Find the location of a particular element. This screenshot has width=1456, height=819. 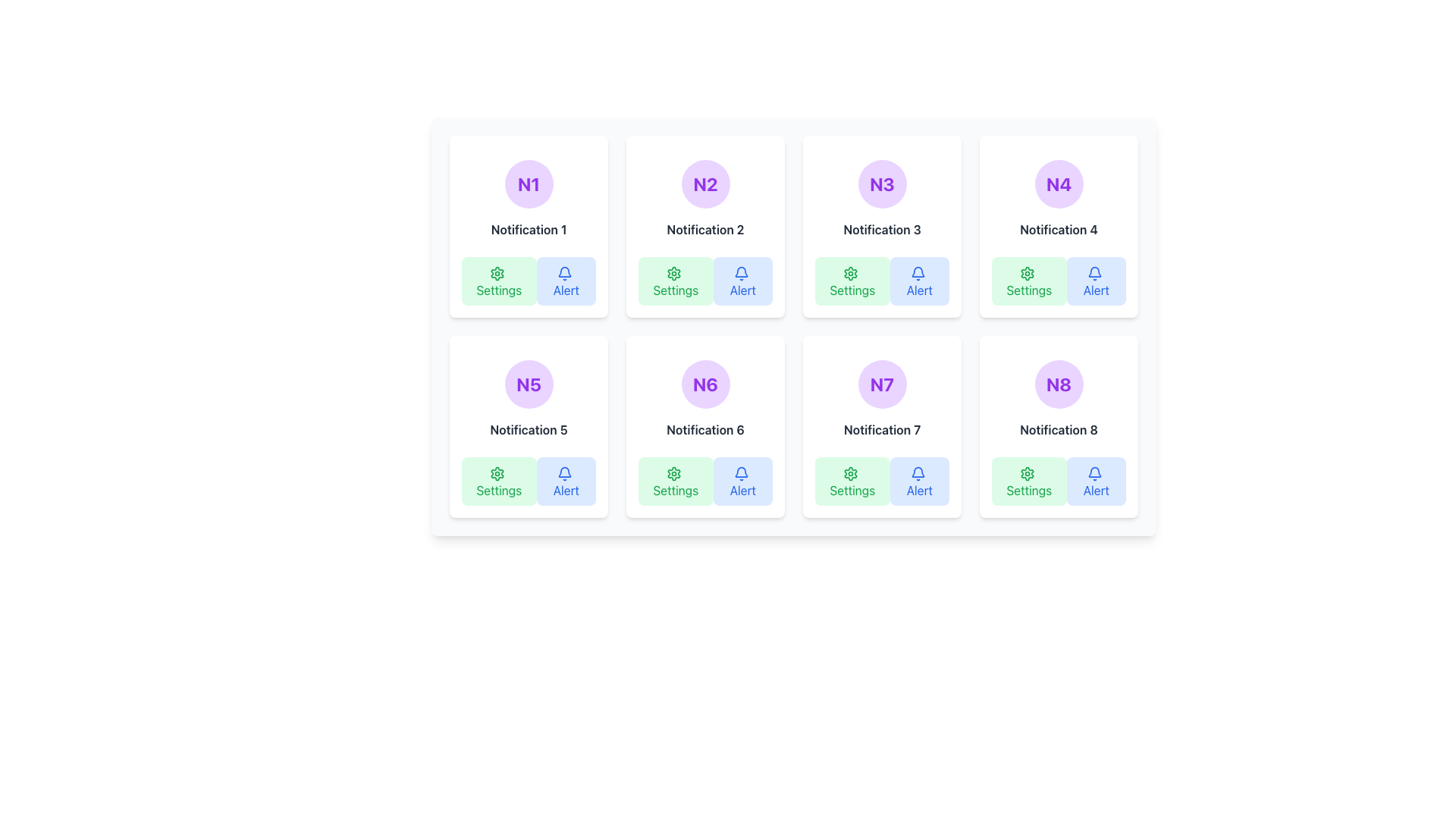

the gear icon located in the green 'Settings' button, which is the fourth card in the first row is located at coordinates (1028, 273).